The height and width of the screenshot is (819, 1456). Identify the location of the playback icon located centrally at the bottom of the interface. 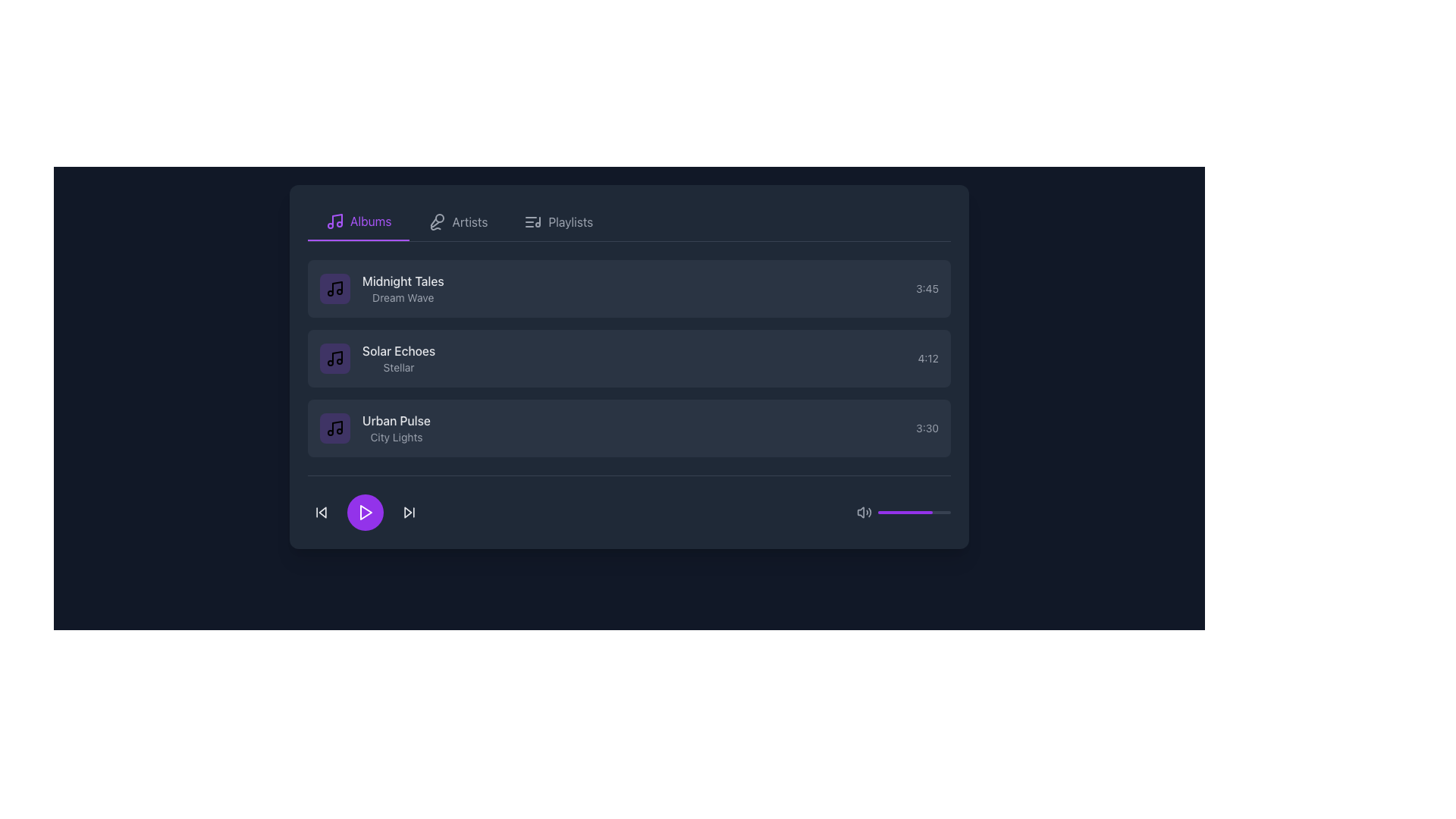
(365, 512).